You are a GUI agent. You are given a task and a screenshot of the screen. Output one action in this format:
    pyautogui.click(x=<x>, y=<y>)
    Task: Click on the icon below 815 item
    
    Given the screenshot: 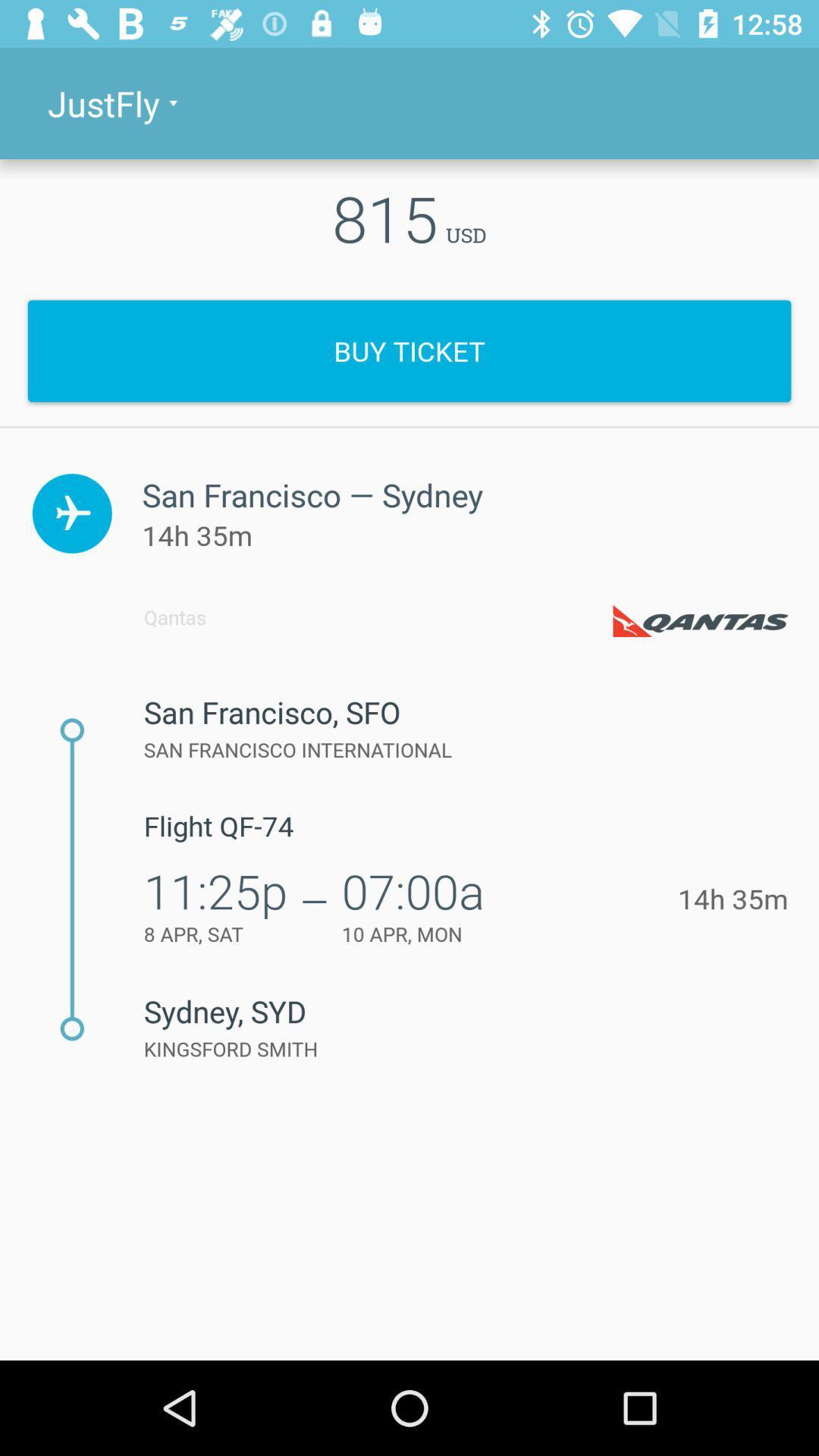 What is the action you would take?
    pyautogui.click(x=409, y=350)
    